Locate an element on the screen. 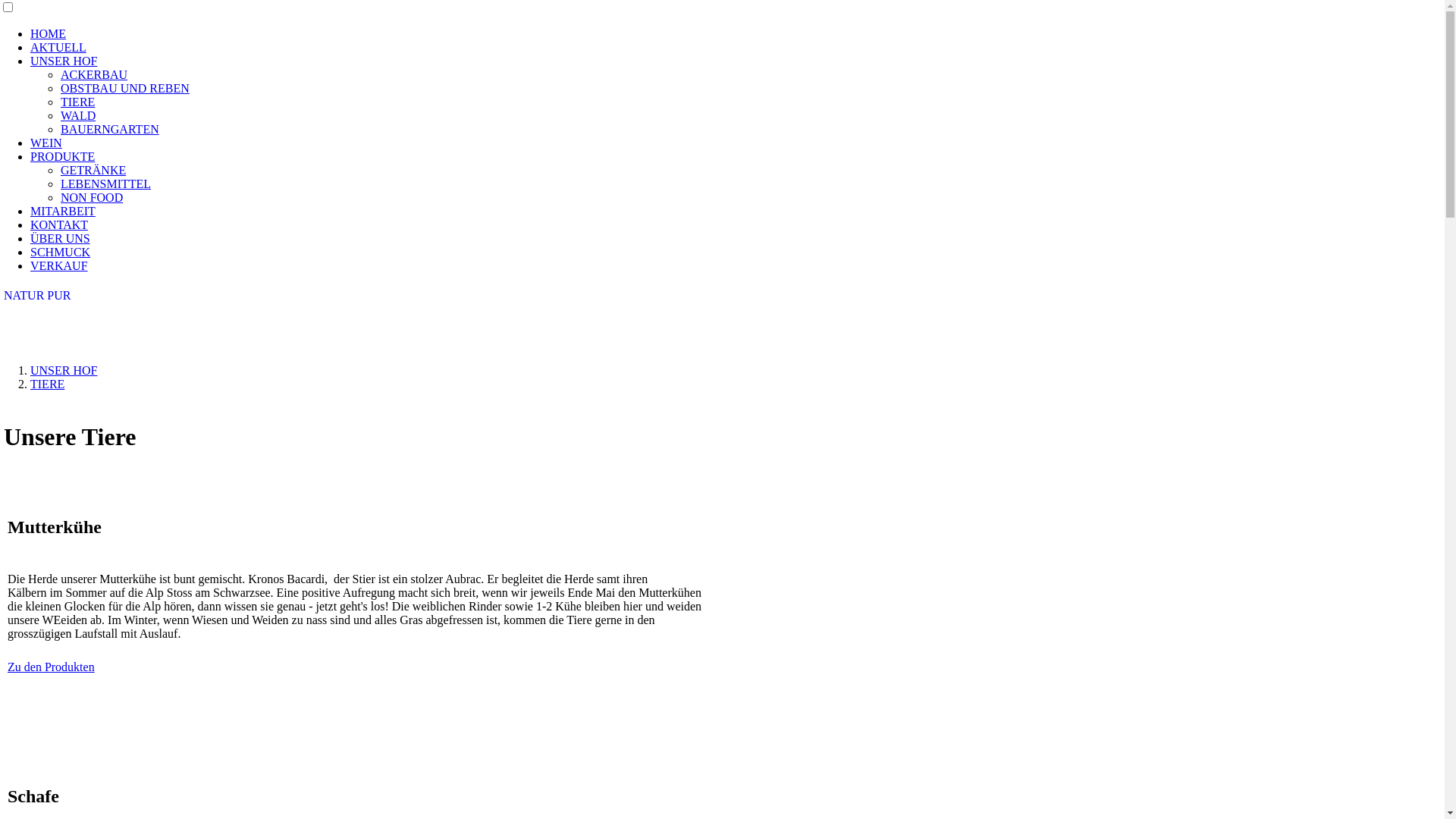 This screenshot has height=819, width=1456. 'LEBENSMITTEL' is located at coordinates (61, 183).